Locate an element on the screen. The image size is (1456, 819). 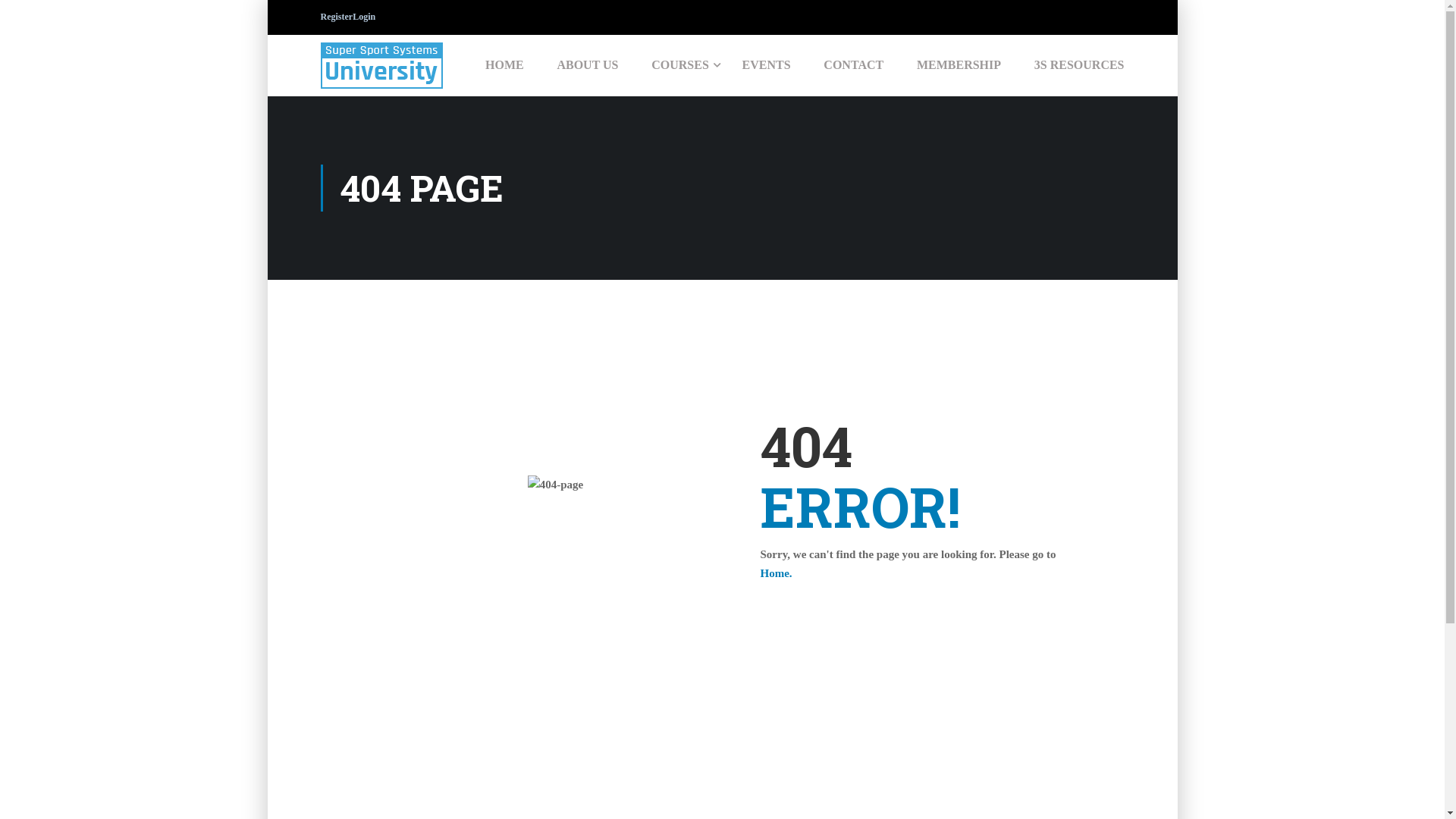
'3S RESOURCES' is located at coordinates (1071, 64).